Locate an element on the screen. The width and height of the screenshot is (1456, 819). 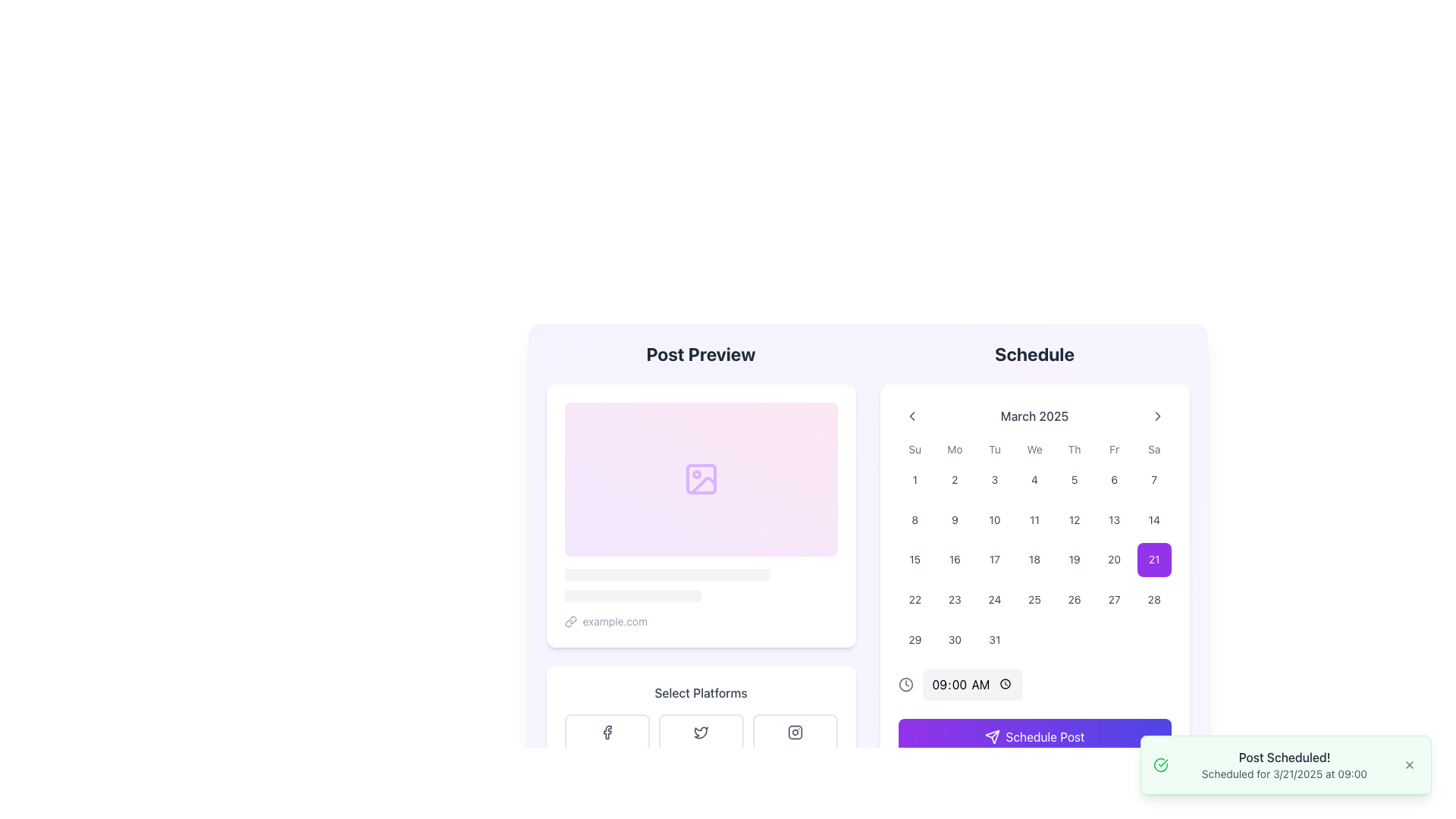
to select multiple dates within the interactive calendar located in the 'Schedule' section, beneath the header displaying 'March 2025' is located at coordinates (1034, 549).